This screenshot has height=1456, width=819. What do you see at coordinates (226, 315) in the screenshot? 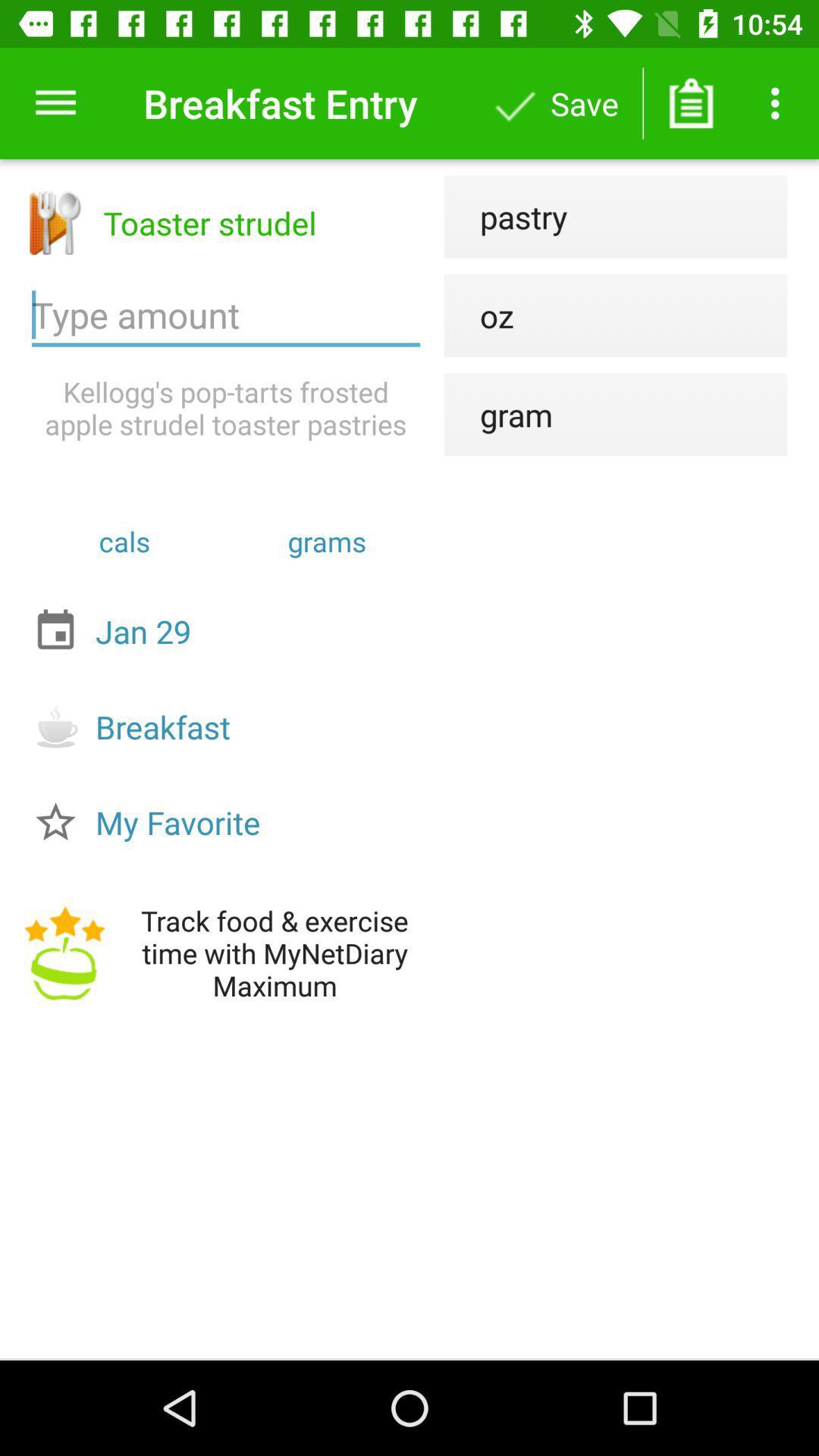
I see `the amount` at bounding box center [226, 315].